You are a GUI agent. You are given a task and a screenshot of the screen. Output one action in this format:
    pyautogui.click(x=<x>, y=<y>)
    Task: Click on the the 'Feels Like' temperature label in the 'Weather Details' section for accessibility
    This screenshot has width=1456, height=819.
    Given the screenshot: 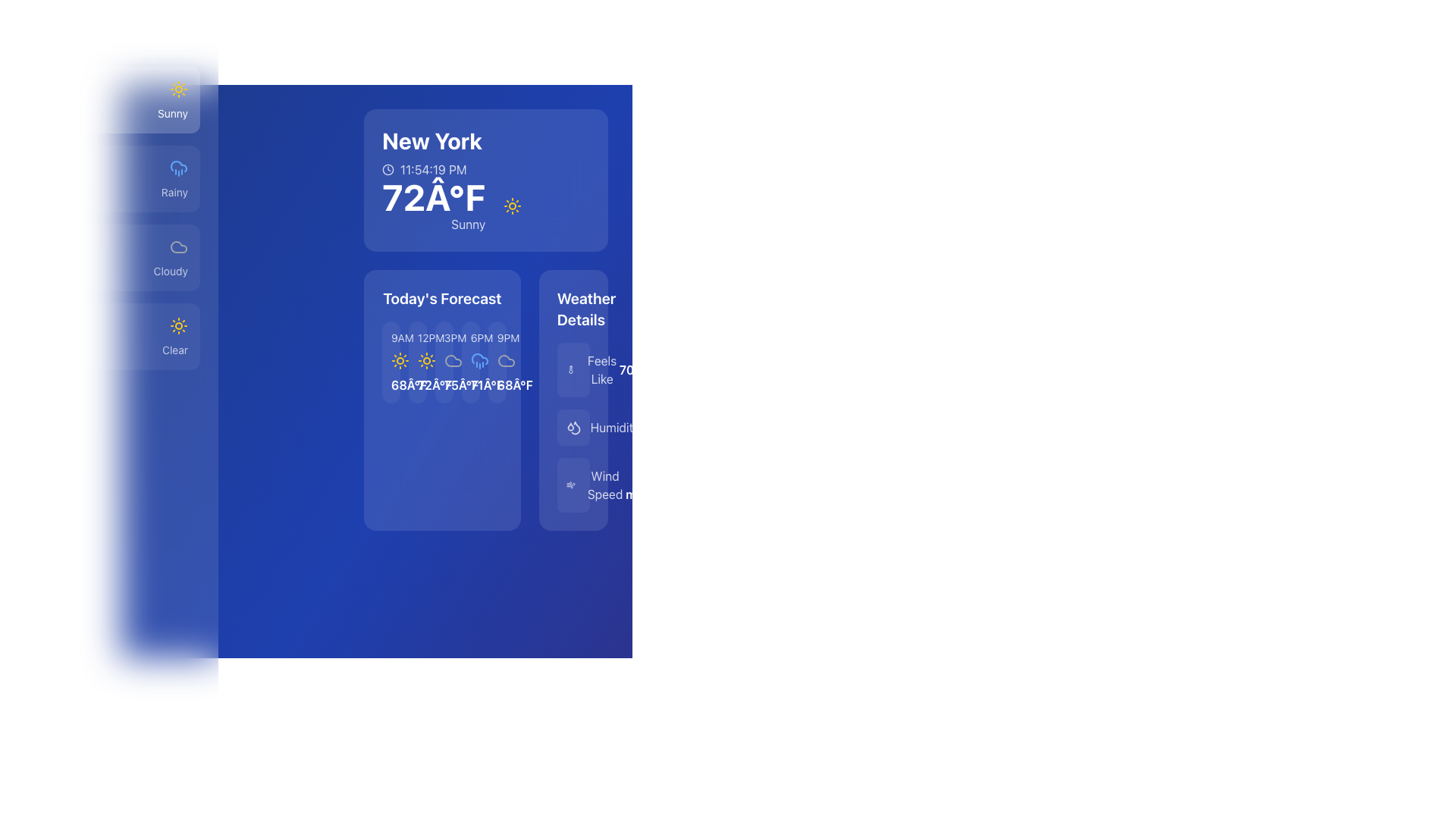 What is the action you would take?
    pyautogui.click(x=601, y=370)
    